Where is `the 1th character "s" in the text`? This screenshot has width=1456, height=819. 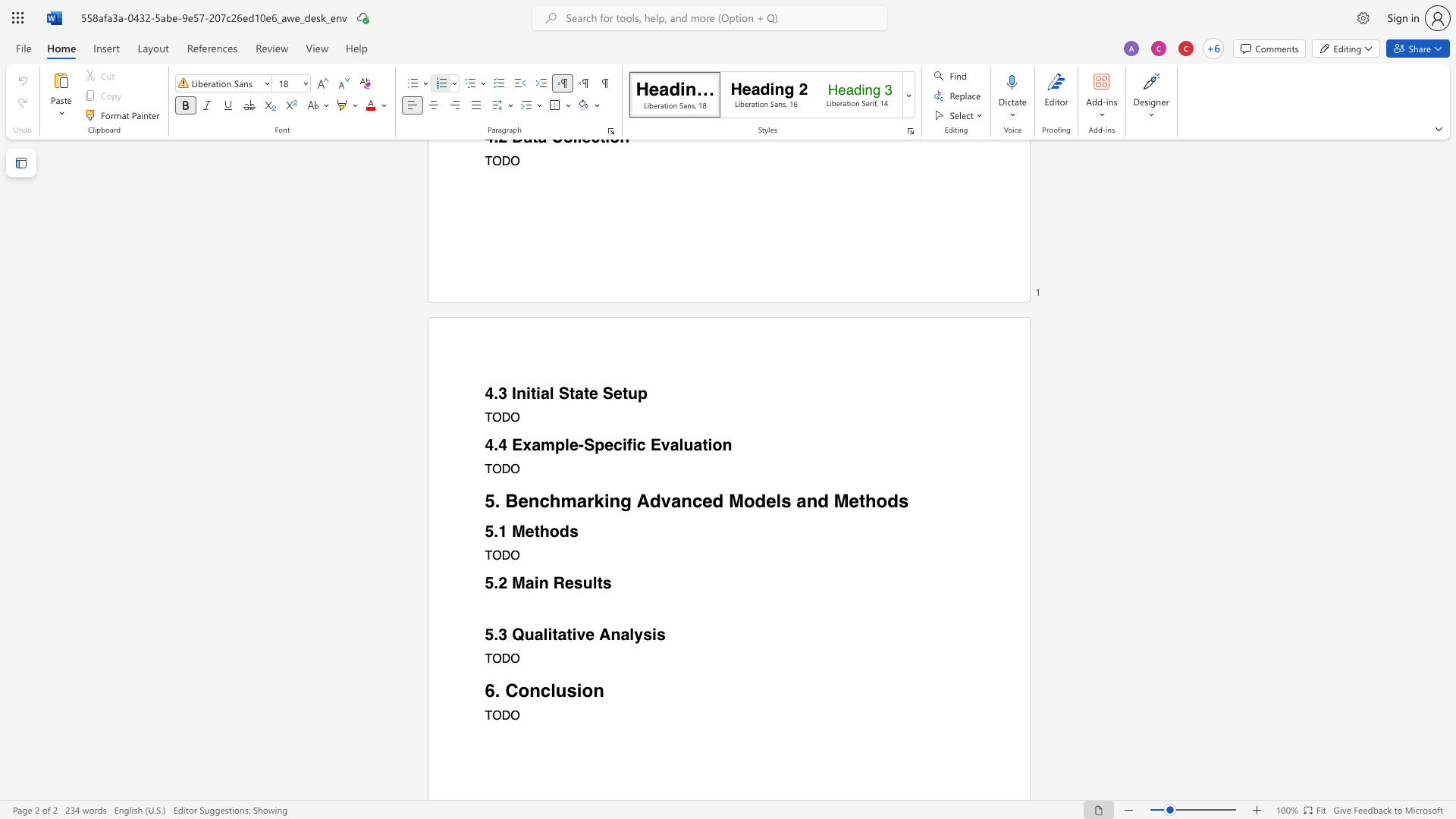
the 1th character "s" in the text is located at coordinates (573, 531).